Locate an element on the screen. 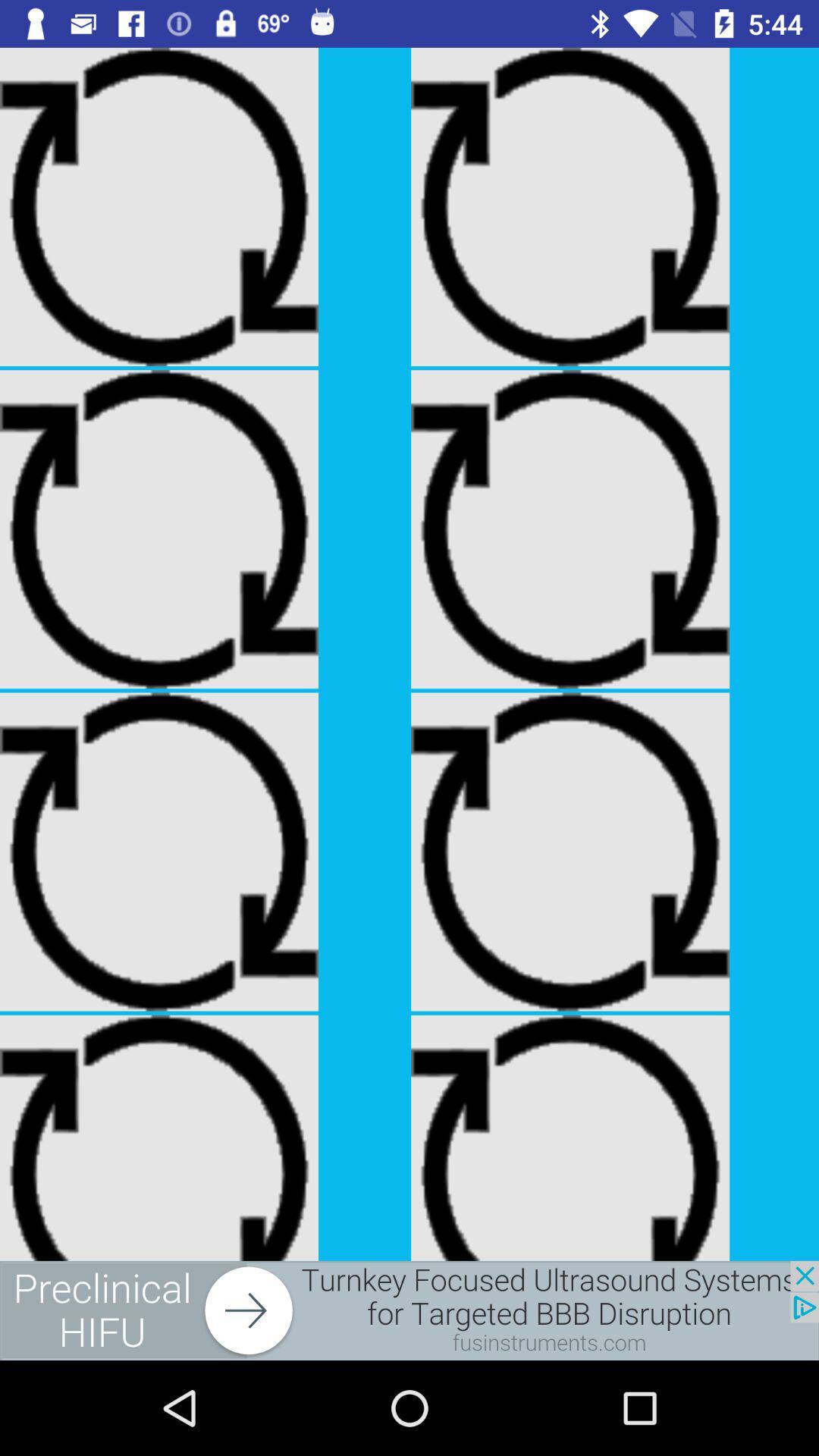  search google is located at coordinates (409, 1310).